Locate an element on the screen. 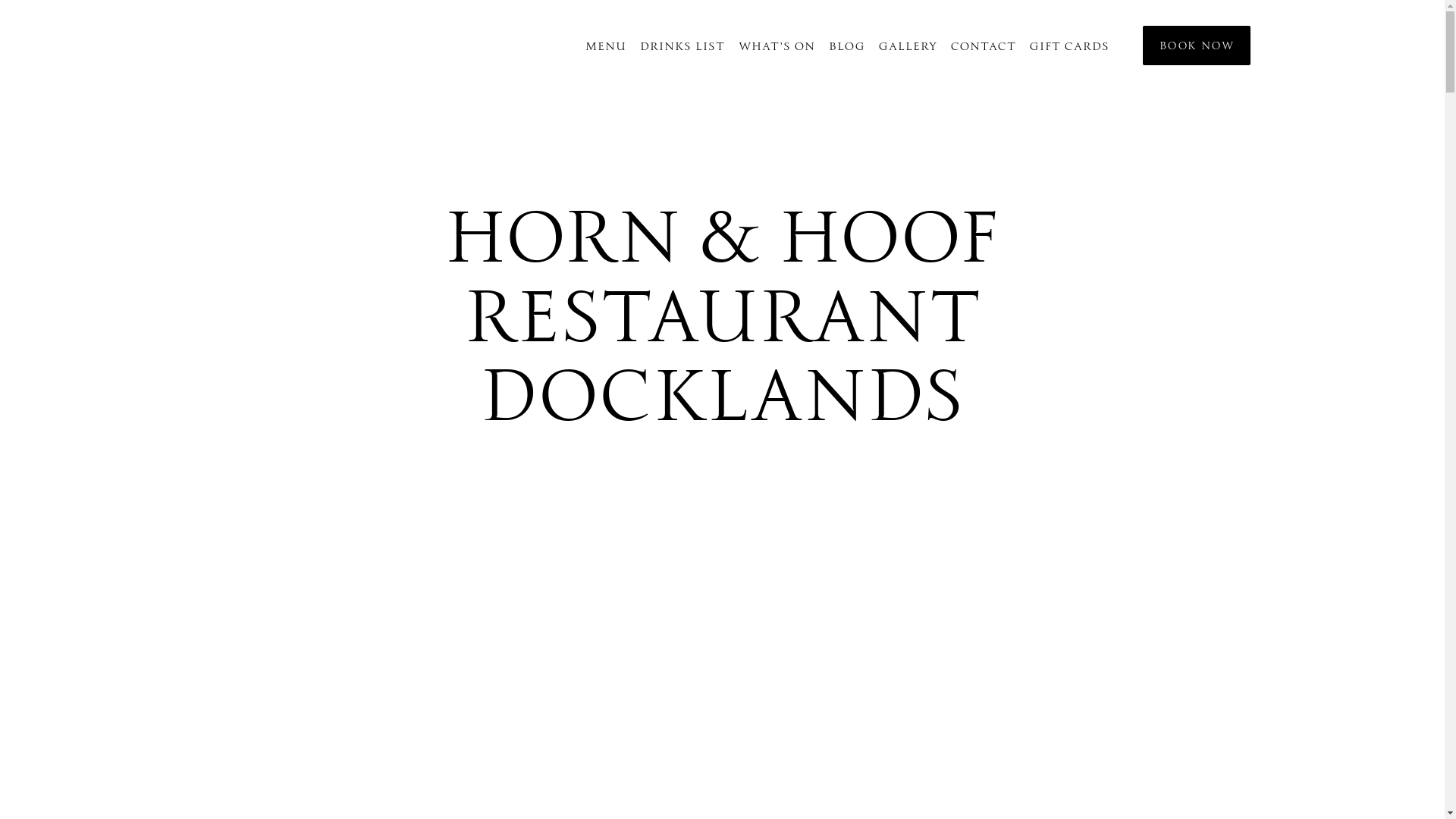 Image resolution: width=1456 pixels, height=819 pixels. 'BLOG' is located at coordinates (846, 45).